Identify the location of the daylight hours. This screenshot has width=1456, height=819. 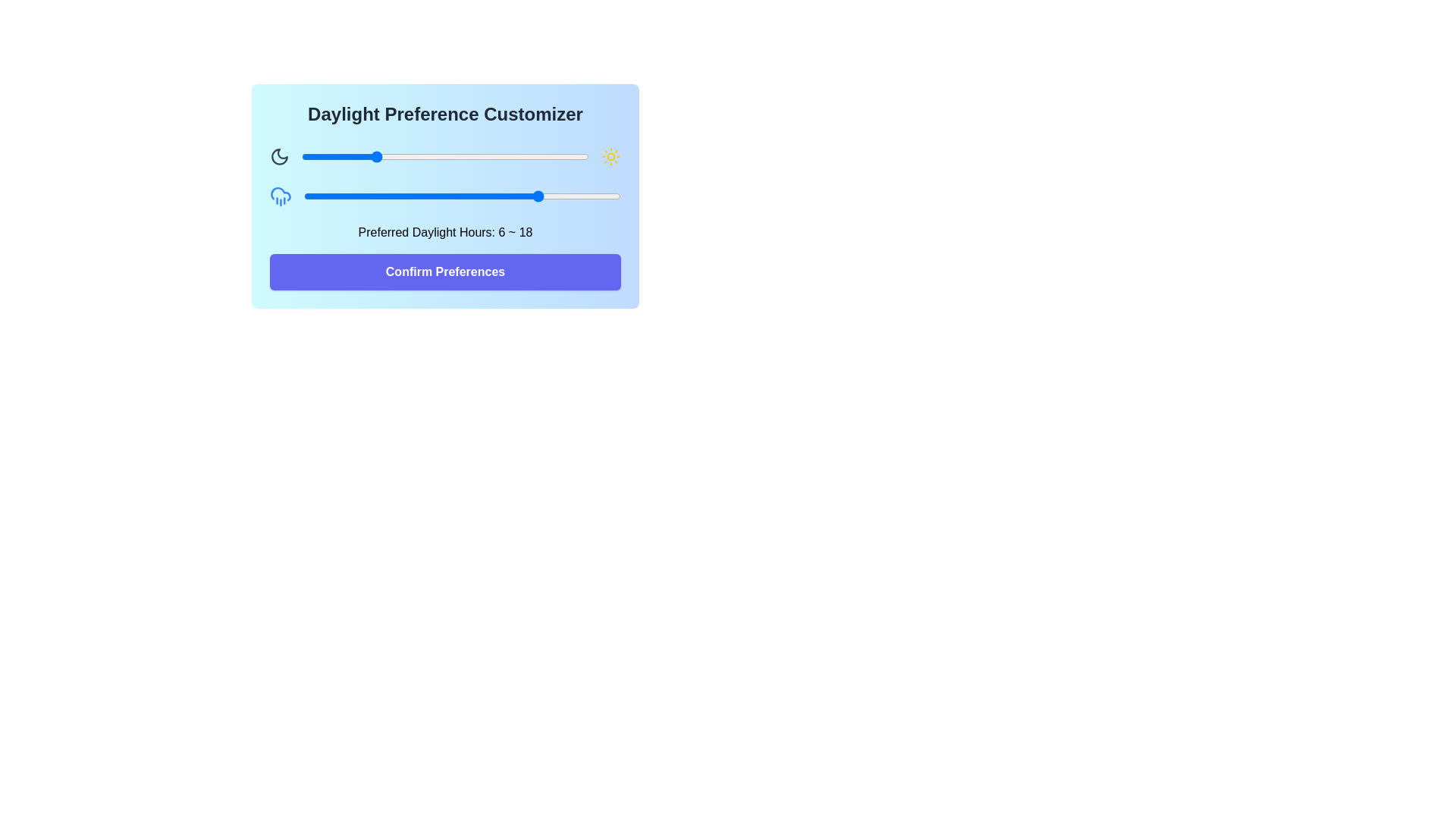
(373, 157).